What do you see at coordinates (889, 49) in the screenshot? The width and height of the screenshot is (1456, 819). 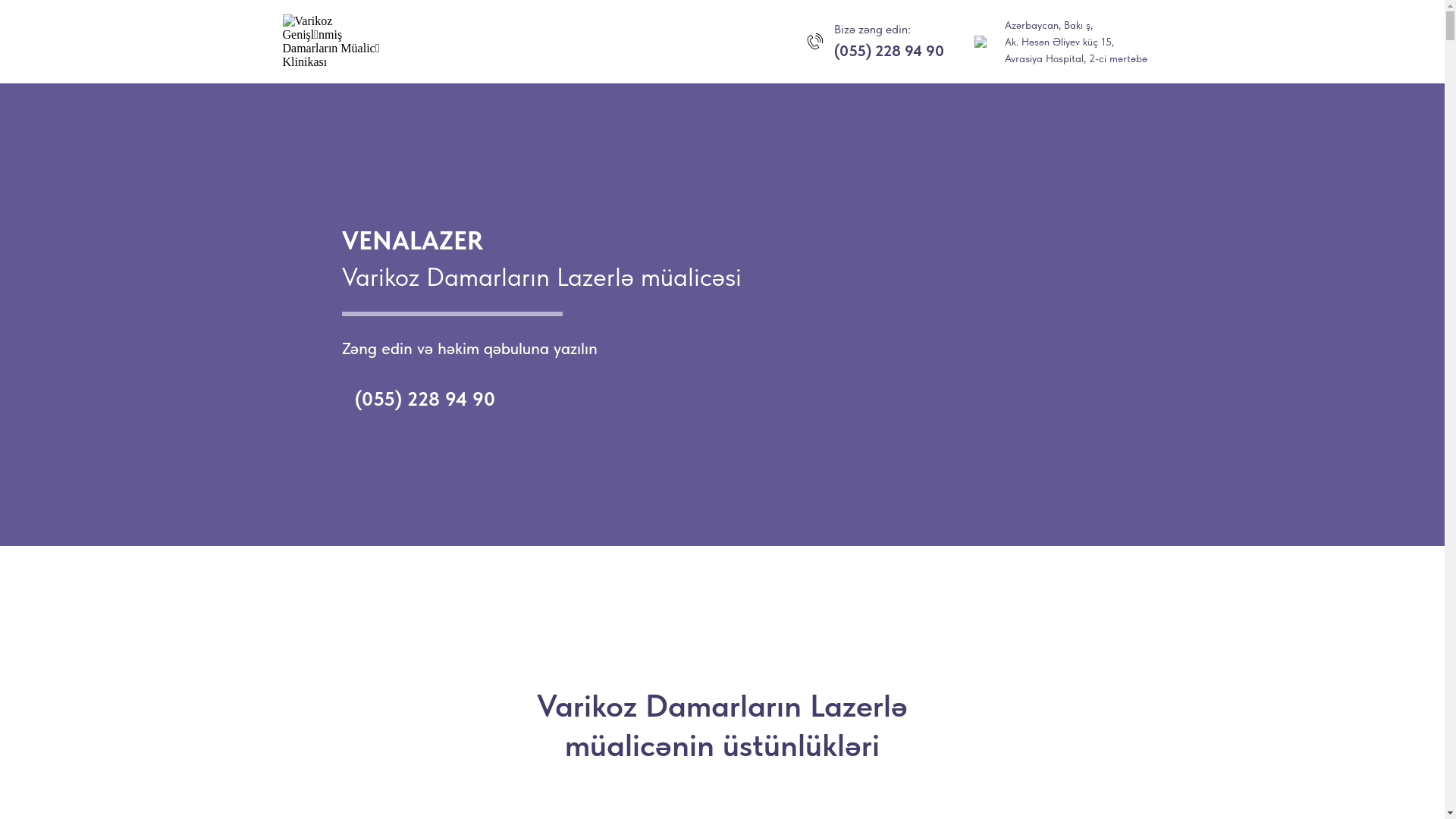 I see `'(055) 228 94 90'` at bounding box center [889, 49].